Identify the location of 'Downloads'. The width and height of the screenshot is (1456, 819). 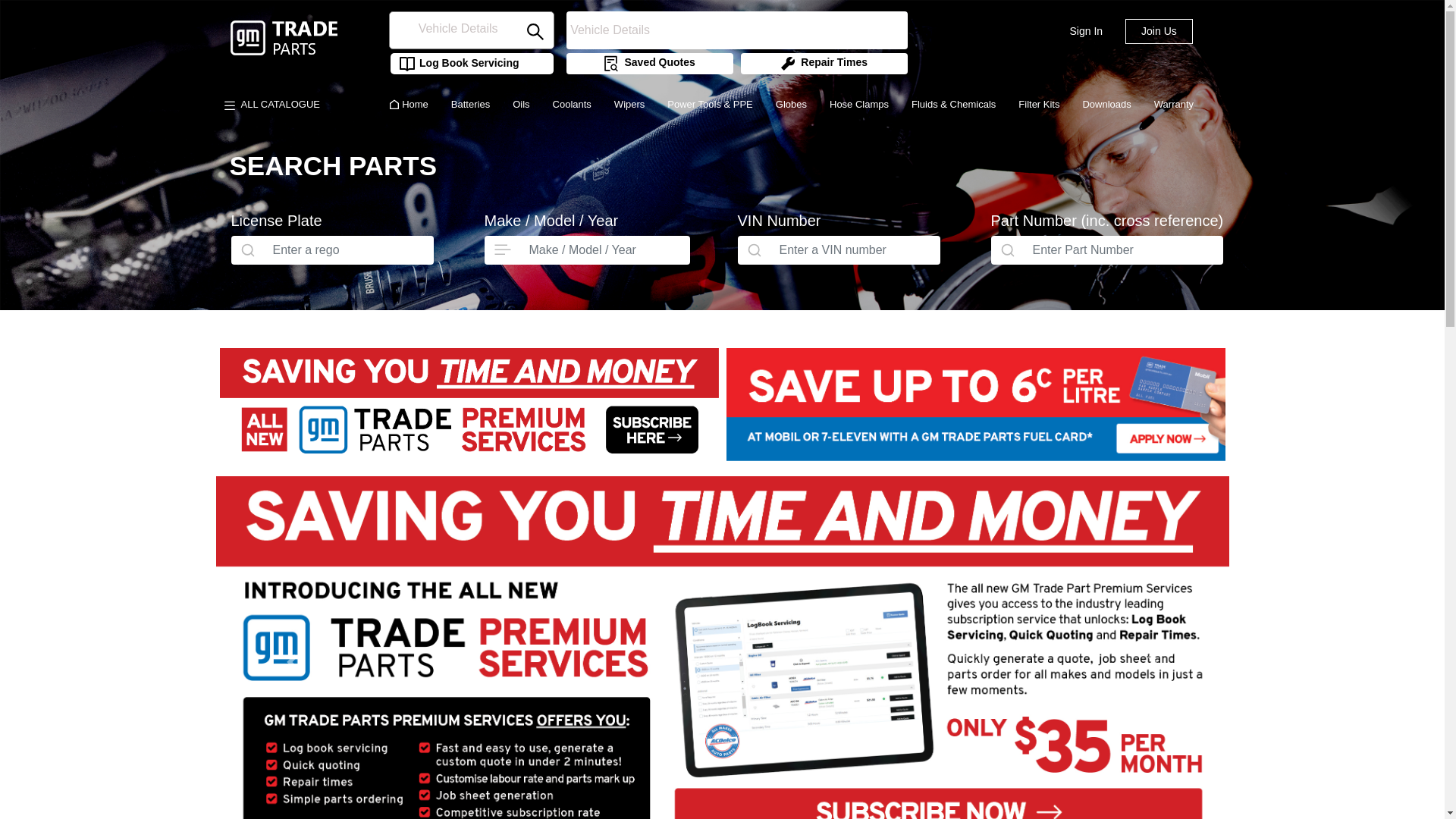
(1106, 104).